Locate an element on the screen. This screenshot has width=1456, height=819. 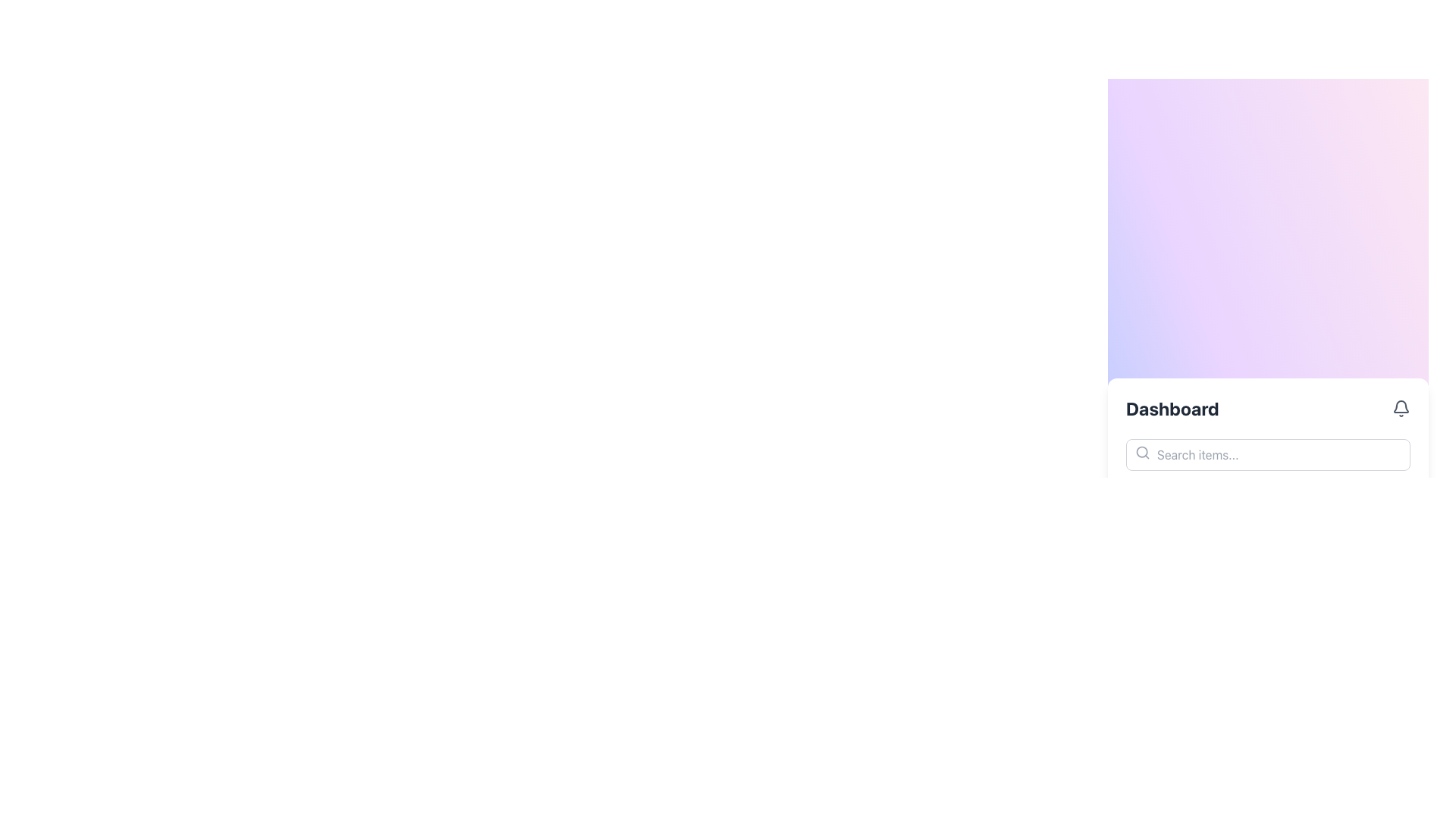
the role of the circular lens component of the search icon, which is located near the center of the magnifying glass icon is located at coordinates (1142, 450).